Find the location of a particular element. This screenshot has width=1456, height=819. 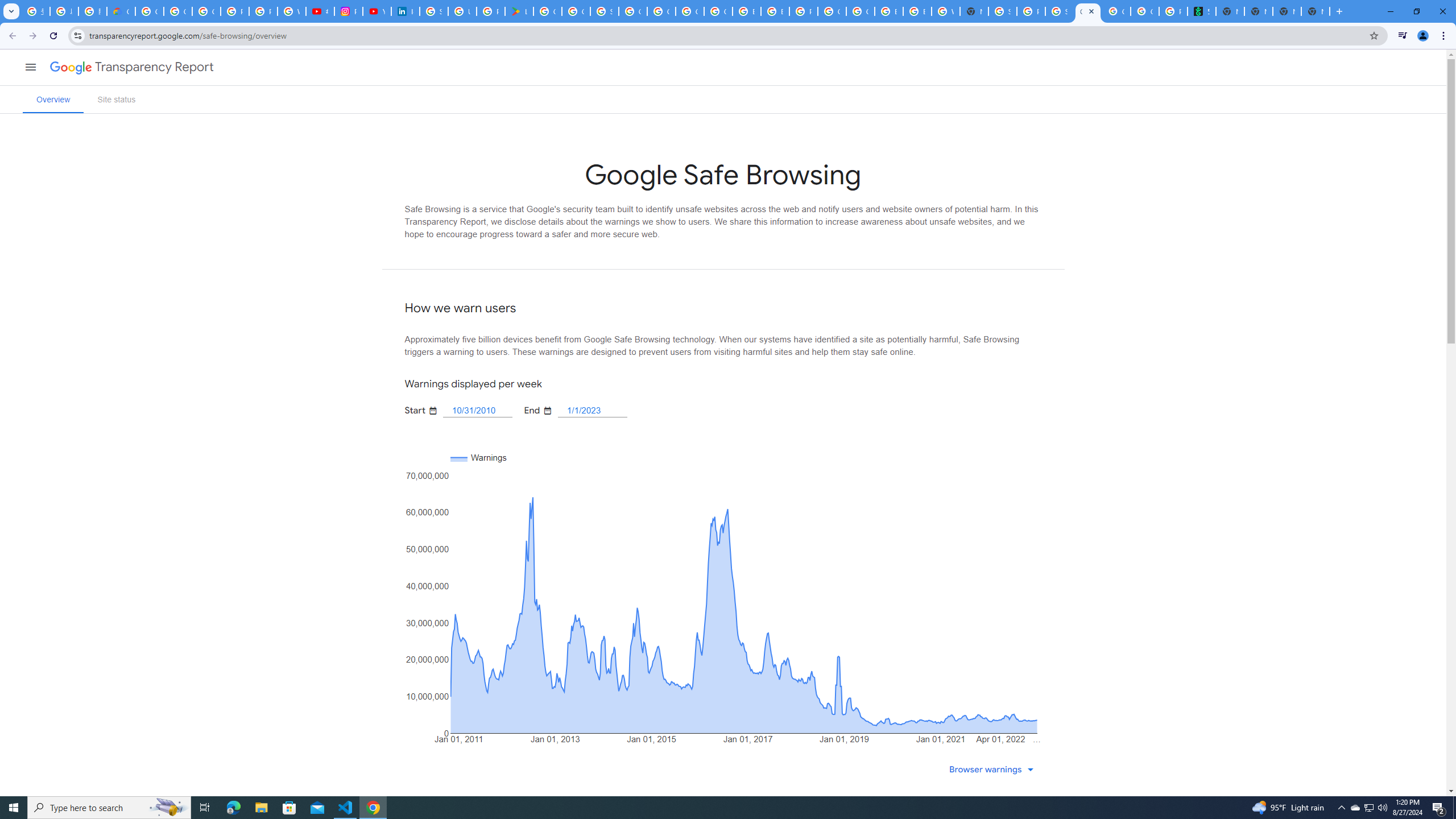

'Transparency Report' is located at coordinates (154, 67).